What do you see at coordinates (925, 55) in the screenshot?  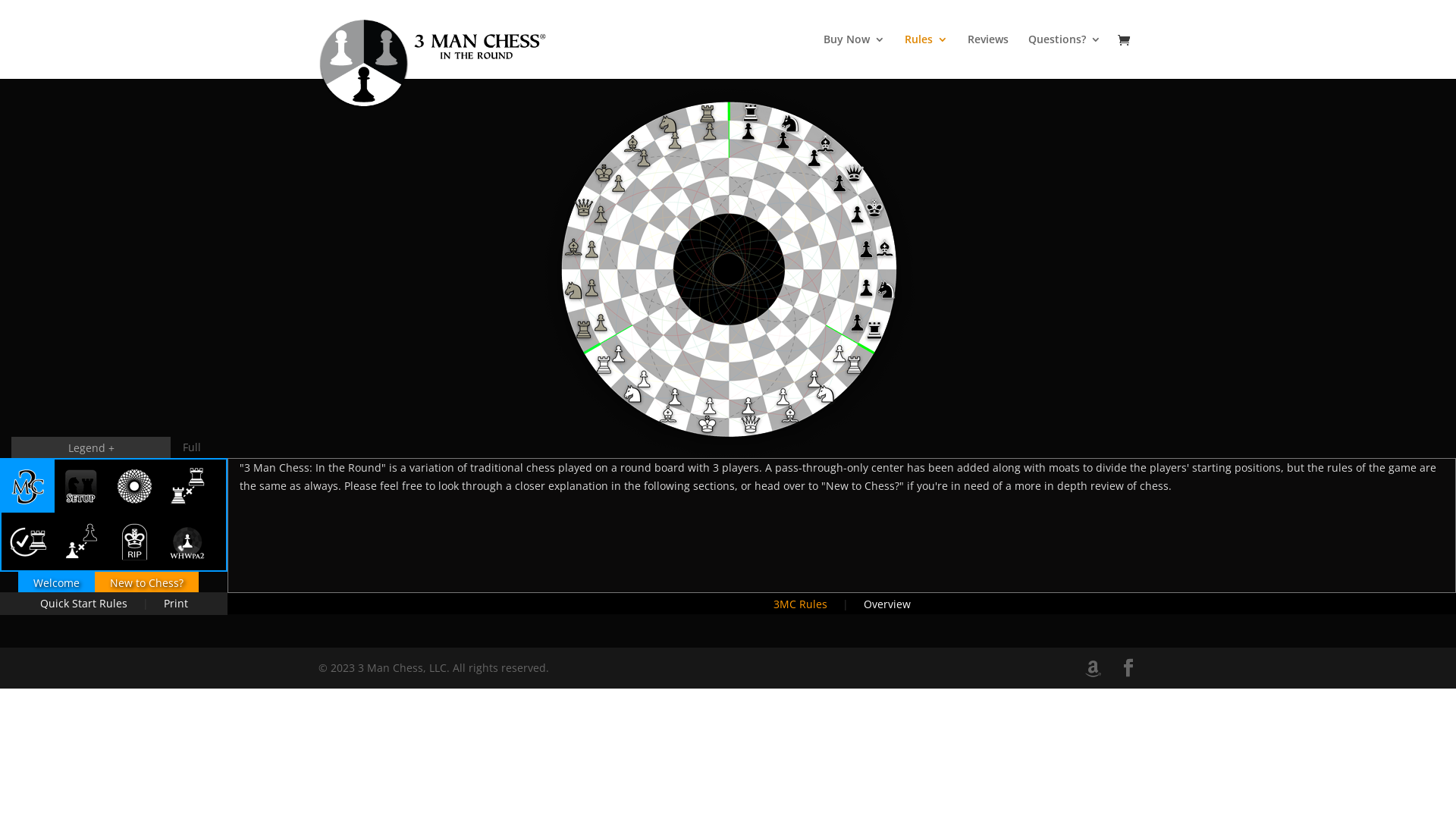 I see `'Rules'` at bounding box center [925, 55].